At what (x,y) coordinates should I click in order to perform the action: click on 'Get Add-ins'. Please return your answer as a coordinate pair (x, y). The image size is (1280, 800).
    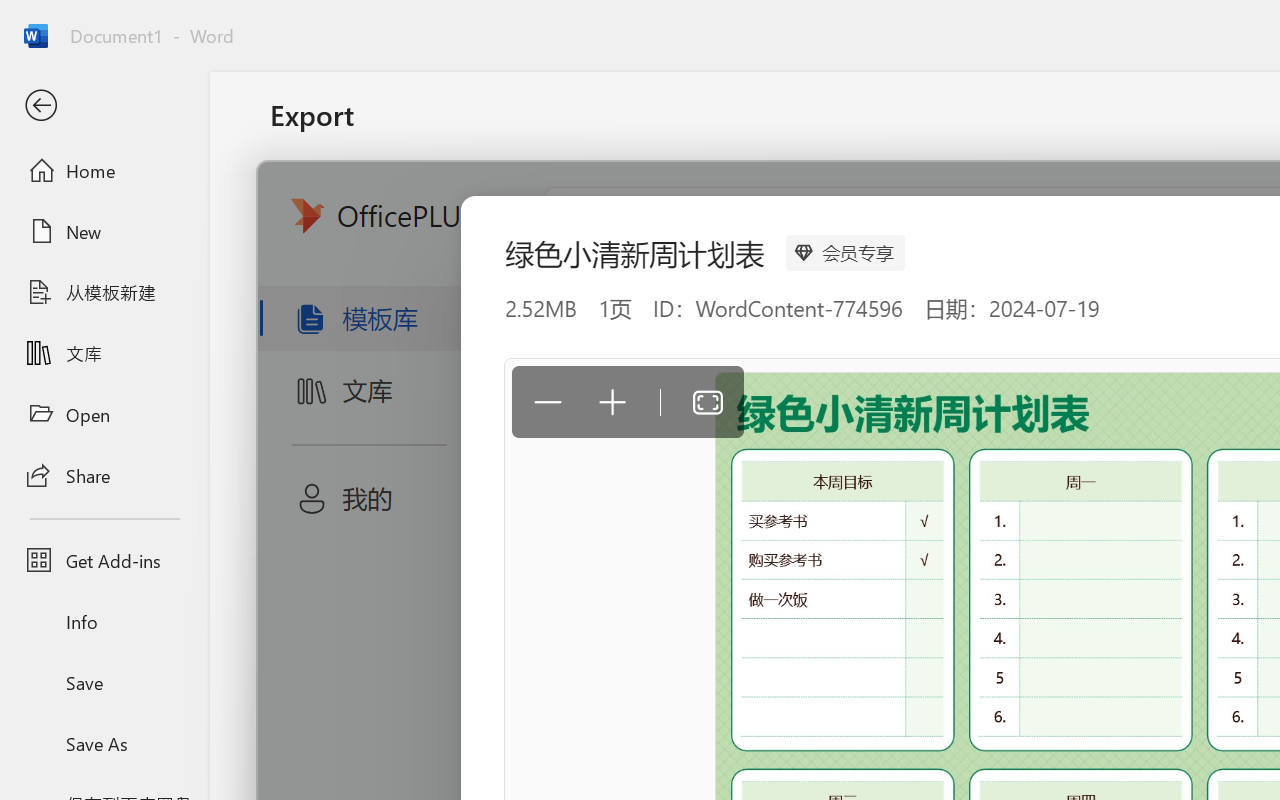
    Looking at the image, I should click on (103, 560).